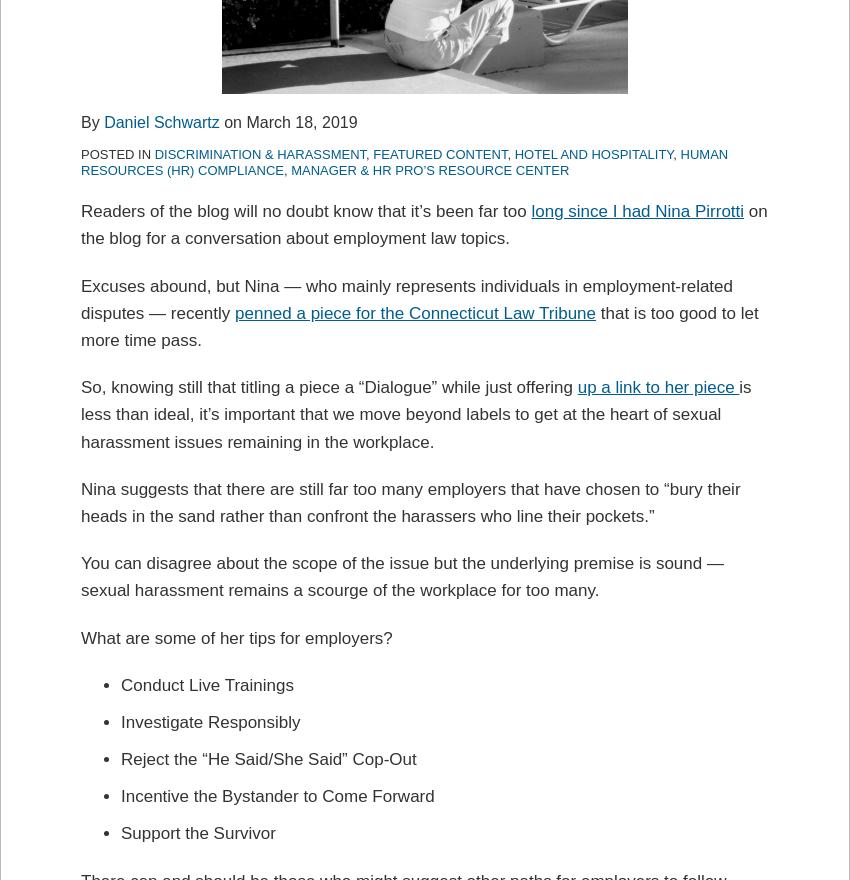 The height and width of the screenshot is (880, 850). Describe the element at coordinates (329, 386) in the screenshot. I see `'So, knowing still that titling a piece a “Dialogue” while just offering'` at that location.